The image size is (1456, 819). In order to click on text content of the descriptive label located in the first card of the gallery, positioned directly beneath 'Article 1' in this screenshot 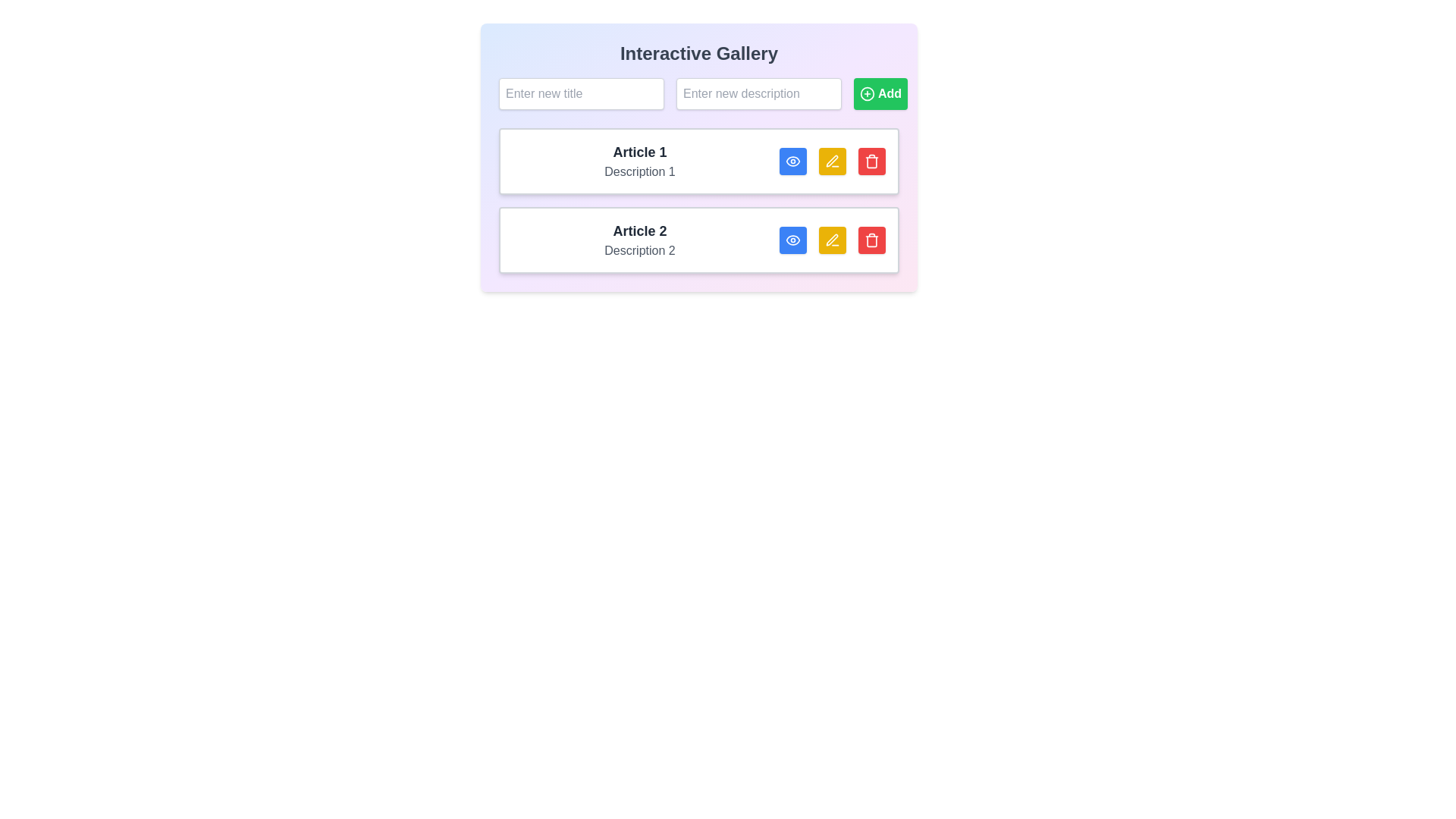, I will do `click(640, 171)`.